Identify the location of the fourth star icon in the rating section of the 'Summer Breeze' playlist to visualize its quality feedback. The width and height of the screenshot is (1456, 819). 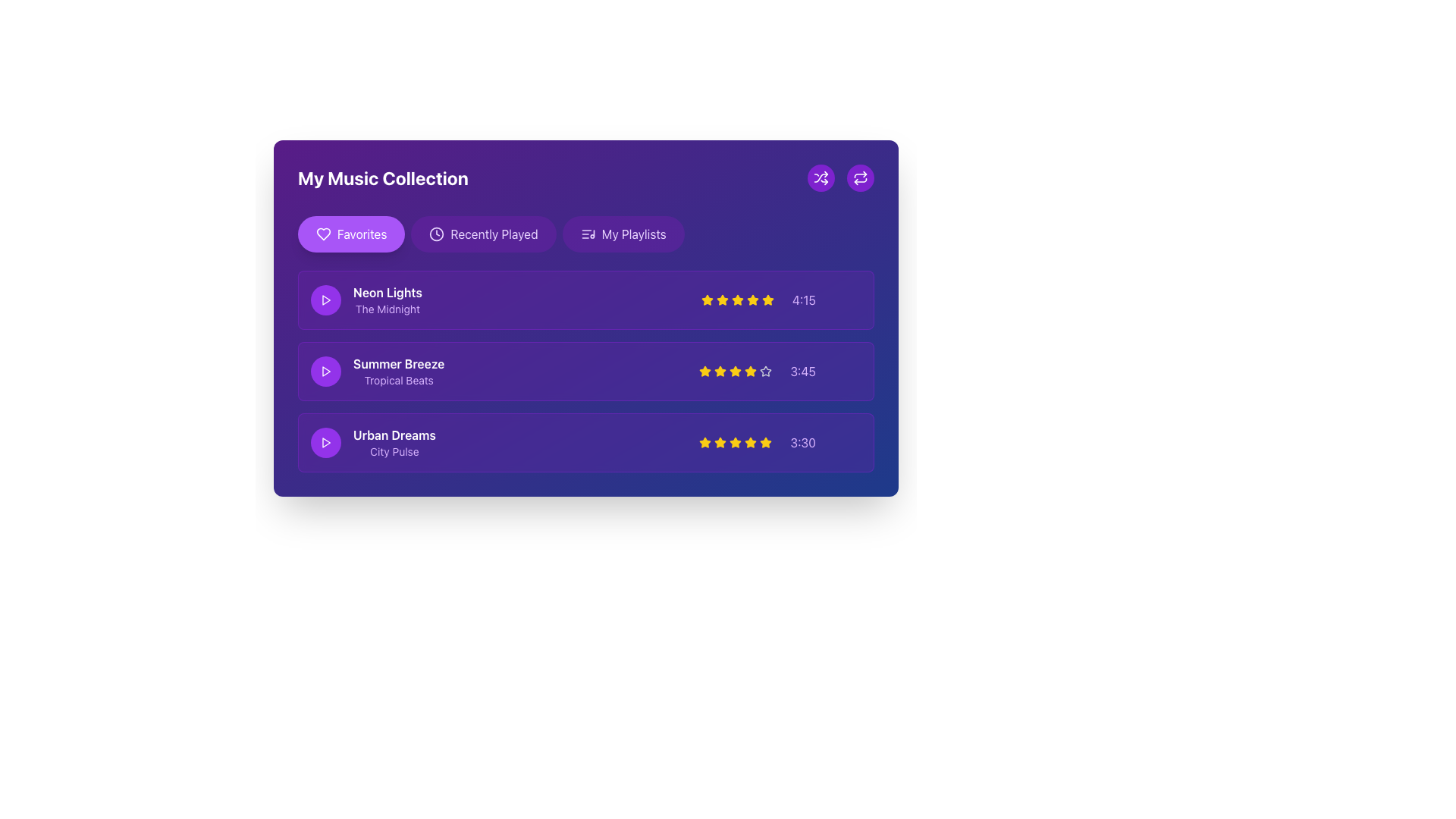
(736, 371).